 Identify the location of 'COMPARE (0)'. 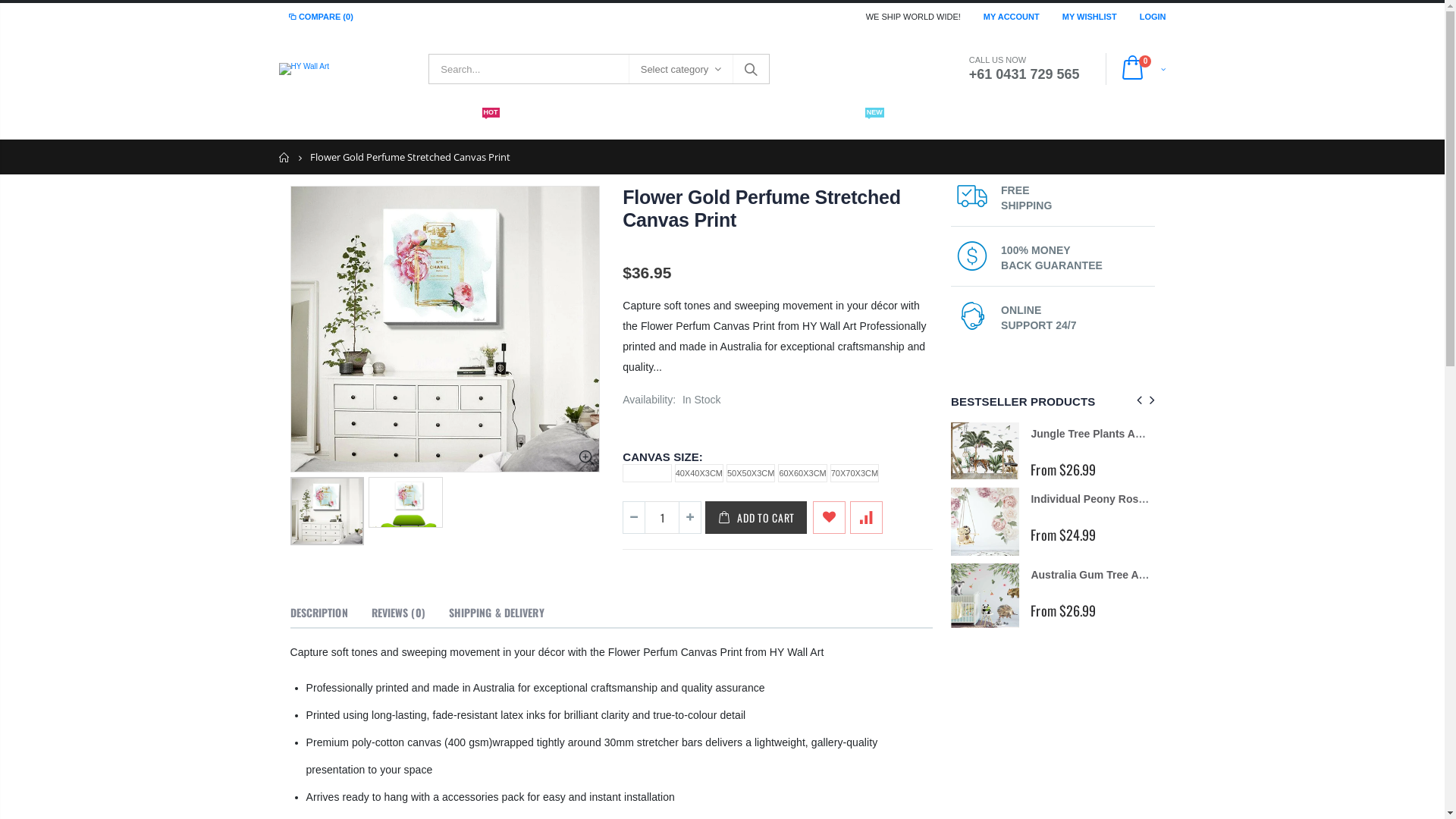
(319, 17).